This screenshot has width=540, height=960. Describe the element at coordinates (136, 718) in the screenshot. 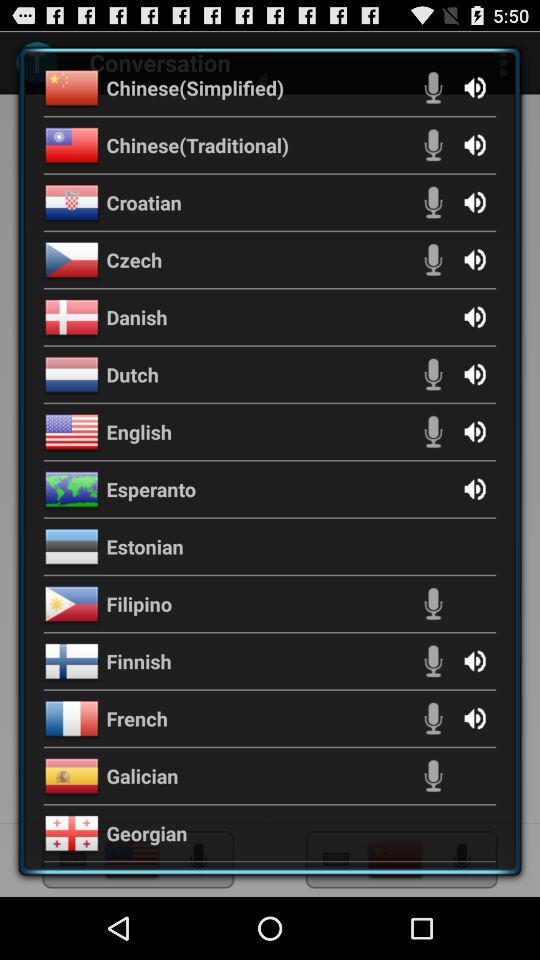

I see `the item below finnish item` at that location.